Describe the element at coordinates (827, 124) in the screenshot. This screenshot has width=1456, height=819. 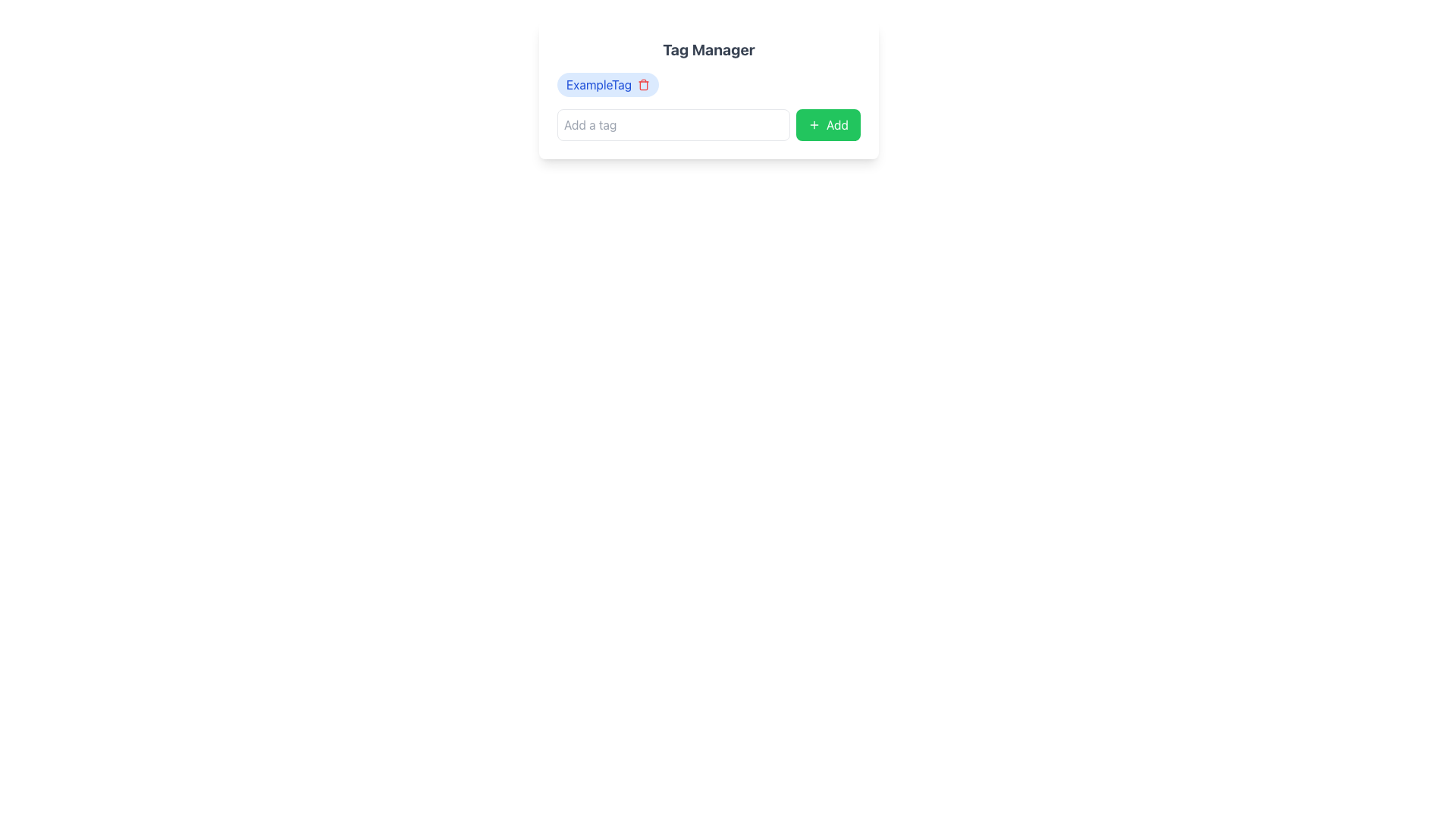
I see `the 'Add Tag' button located in the 'Tag Manager' section` at that location.